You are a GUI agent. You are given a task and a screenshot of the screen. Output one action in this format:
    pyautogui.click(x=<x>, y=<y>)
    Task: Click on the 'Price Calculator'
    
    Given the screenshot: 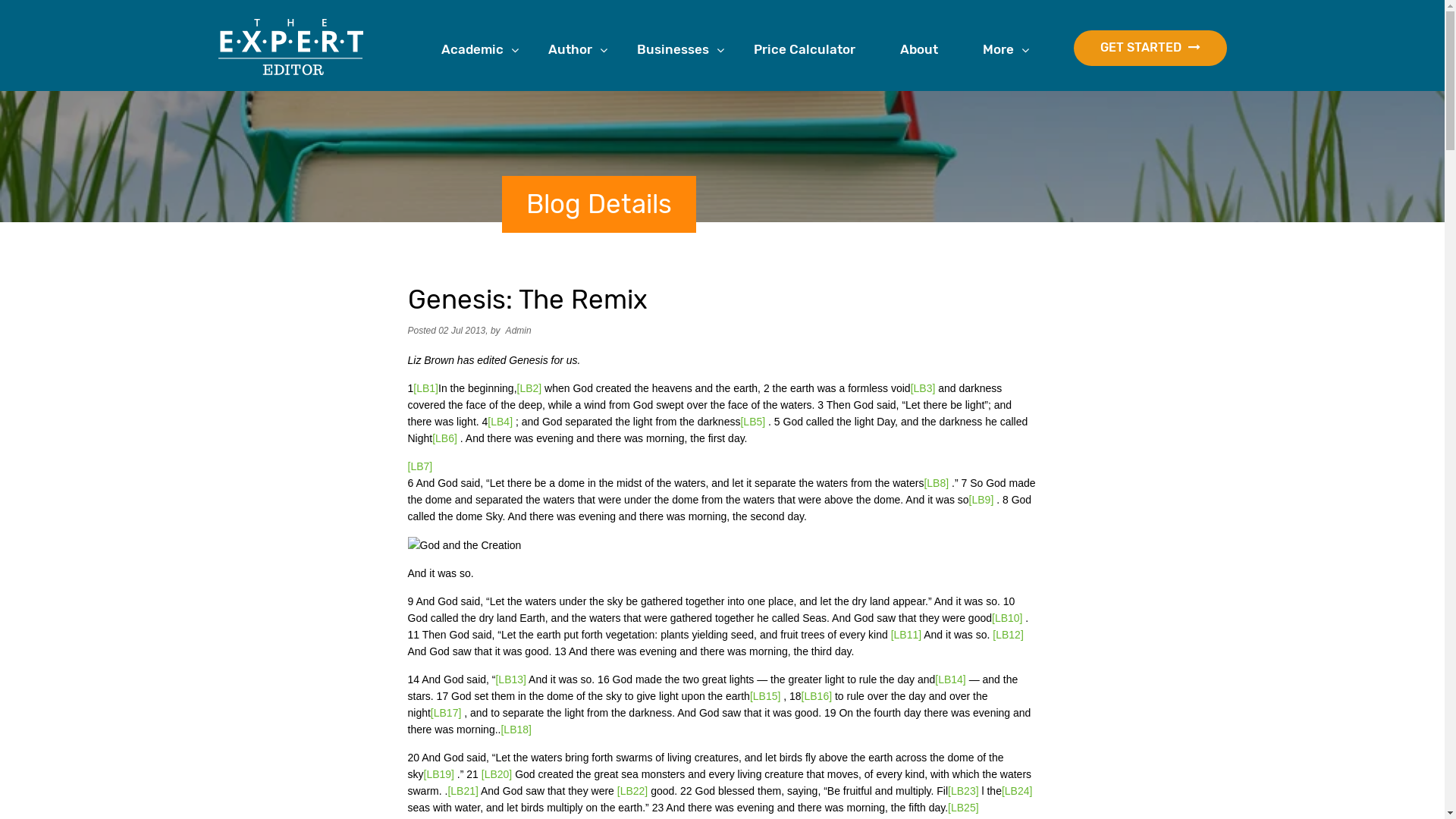 What is the action you would take?
    pyautogui.click(x=739, y=49)
    